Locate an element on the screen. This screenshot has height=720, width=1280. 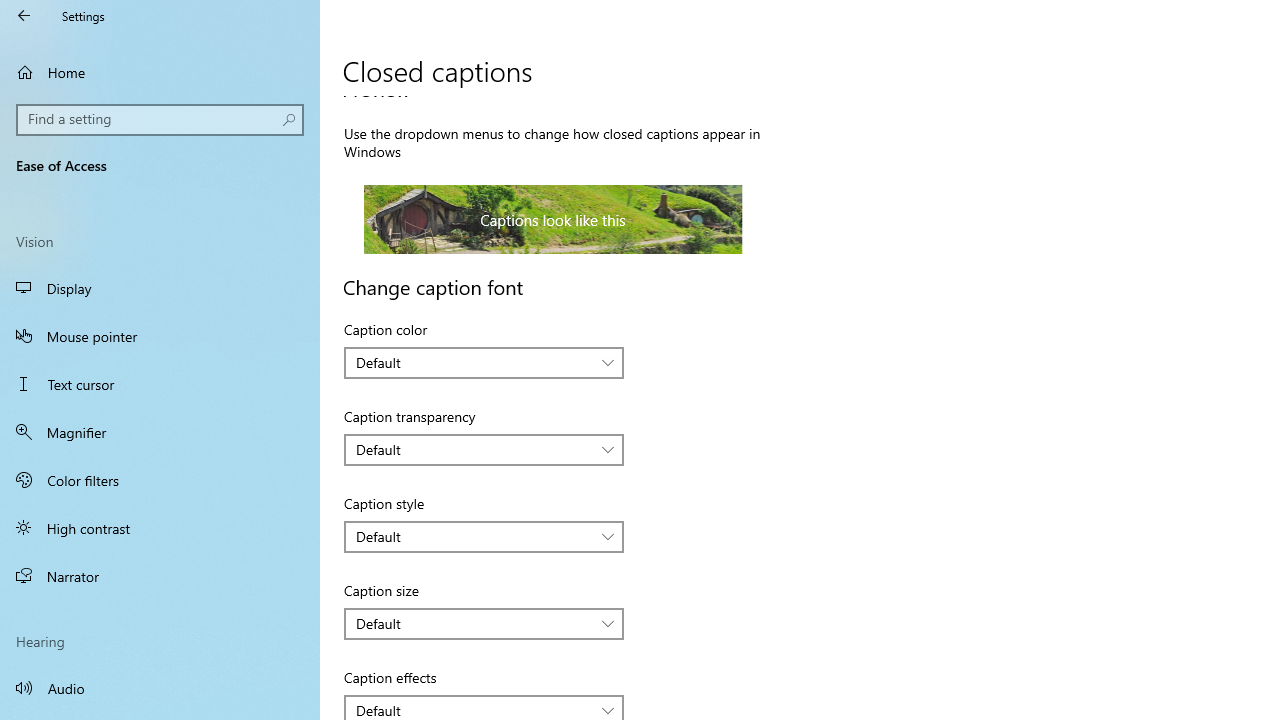
'Narrator' is located at coordinates (160, 576).